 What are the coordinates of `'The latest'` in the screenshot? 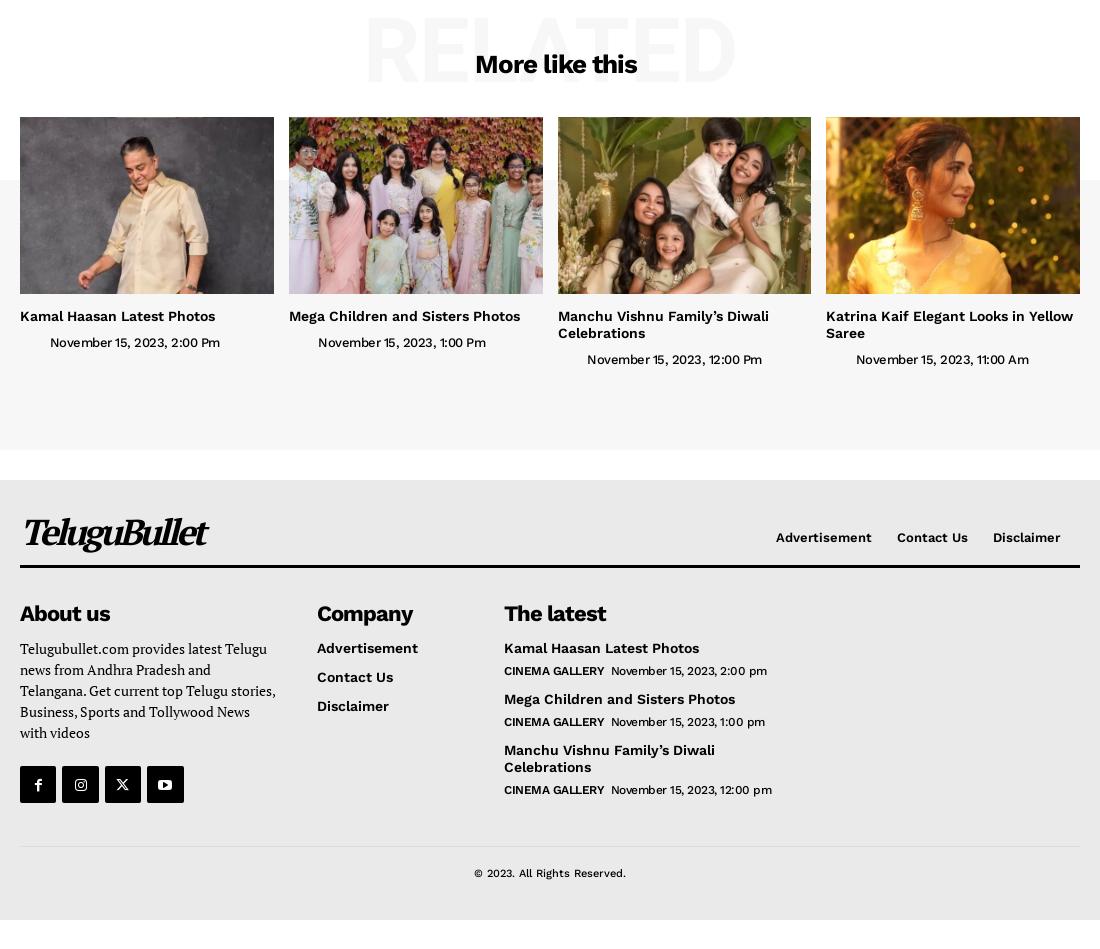 It's located at (553, 612).